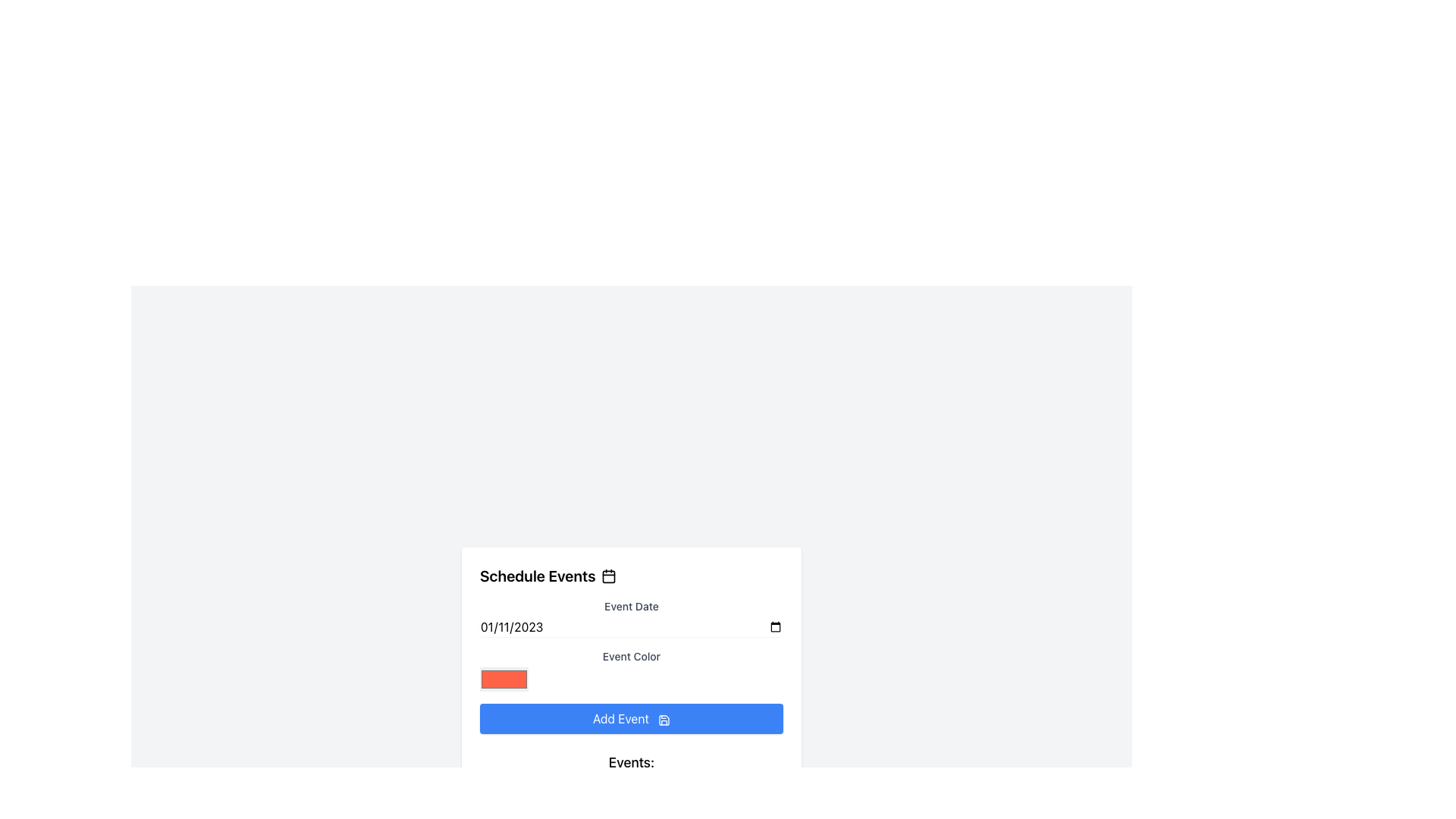 This screenshot has height=819, width=1456. Describe the element at coordinates (632, 605) in the screenshot. I see `'Event Date' label, which is styled in gray and is located above the date input field in the Schedule Events form` at that location.